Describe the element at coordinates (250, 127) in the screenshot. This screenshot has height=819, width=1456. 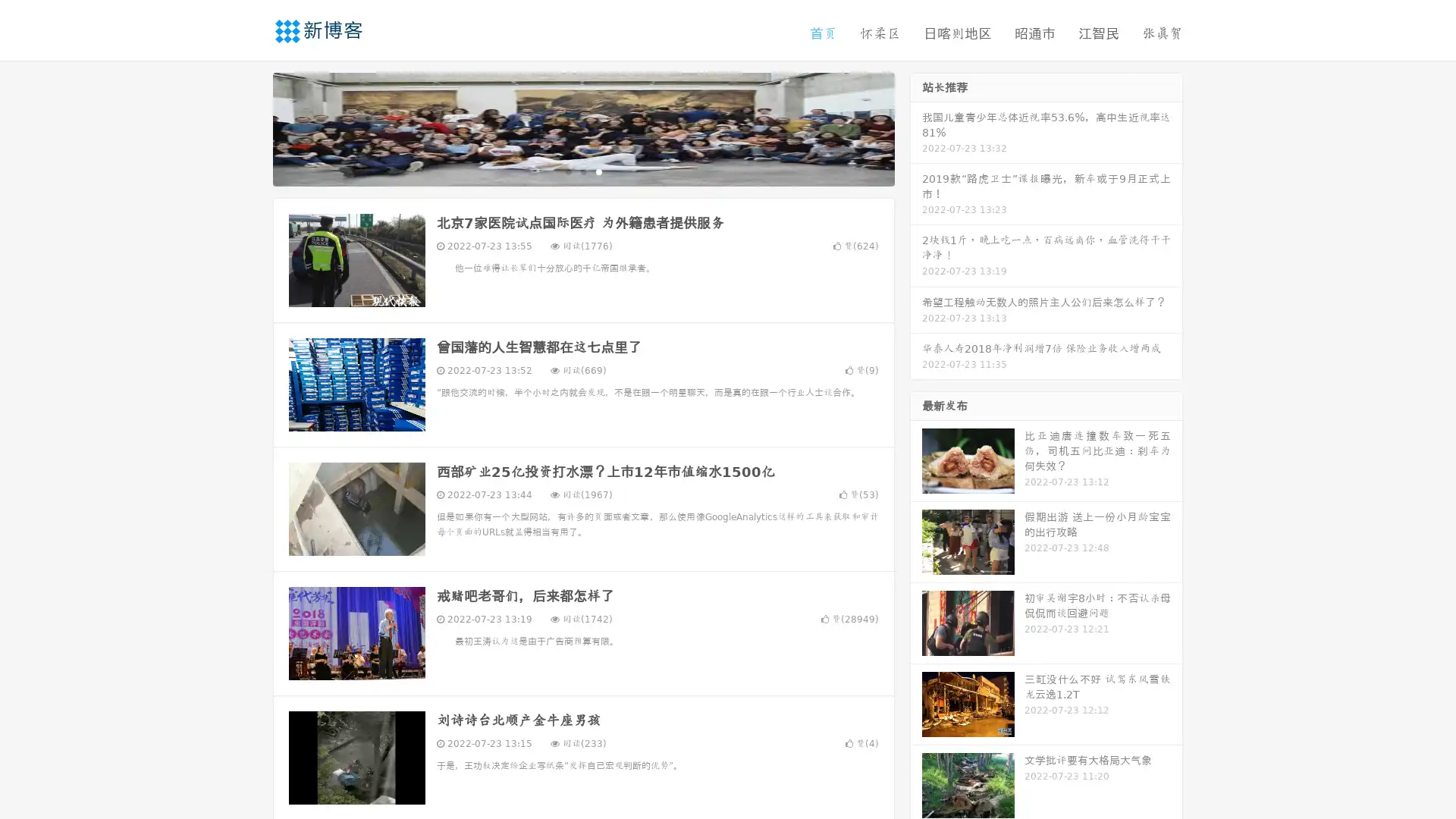
I see `Previous slide` at that location.